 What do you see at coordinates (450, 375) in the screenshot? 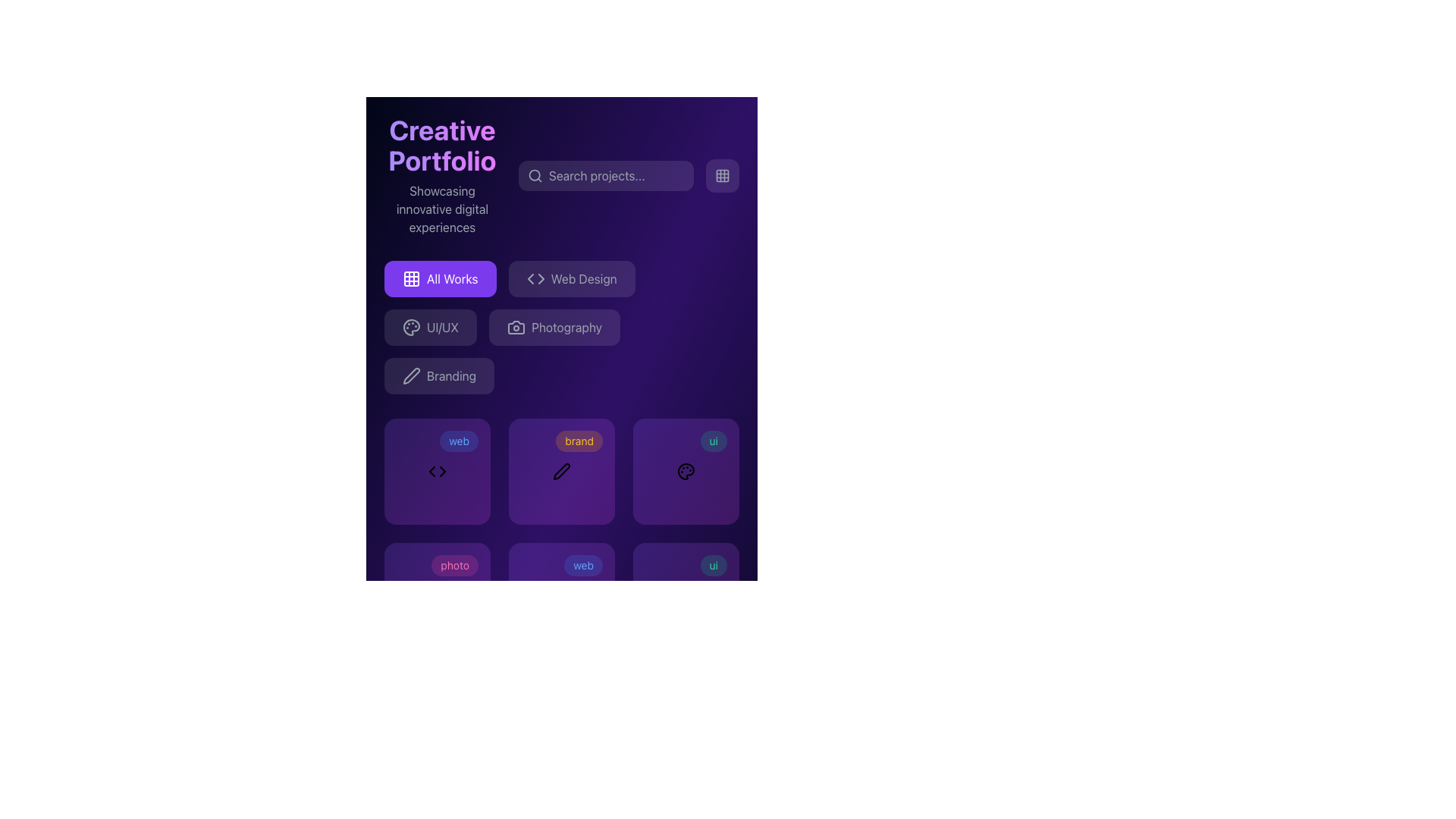
I see `the text label 'Branding' displayed in light color against a darker background, which is part of a button next to a pen icon` at bounding box center [450, 375].